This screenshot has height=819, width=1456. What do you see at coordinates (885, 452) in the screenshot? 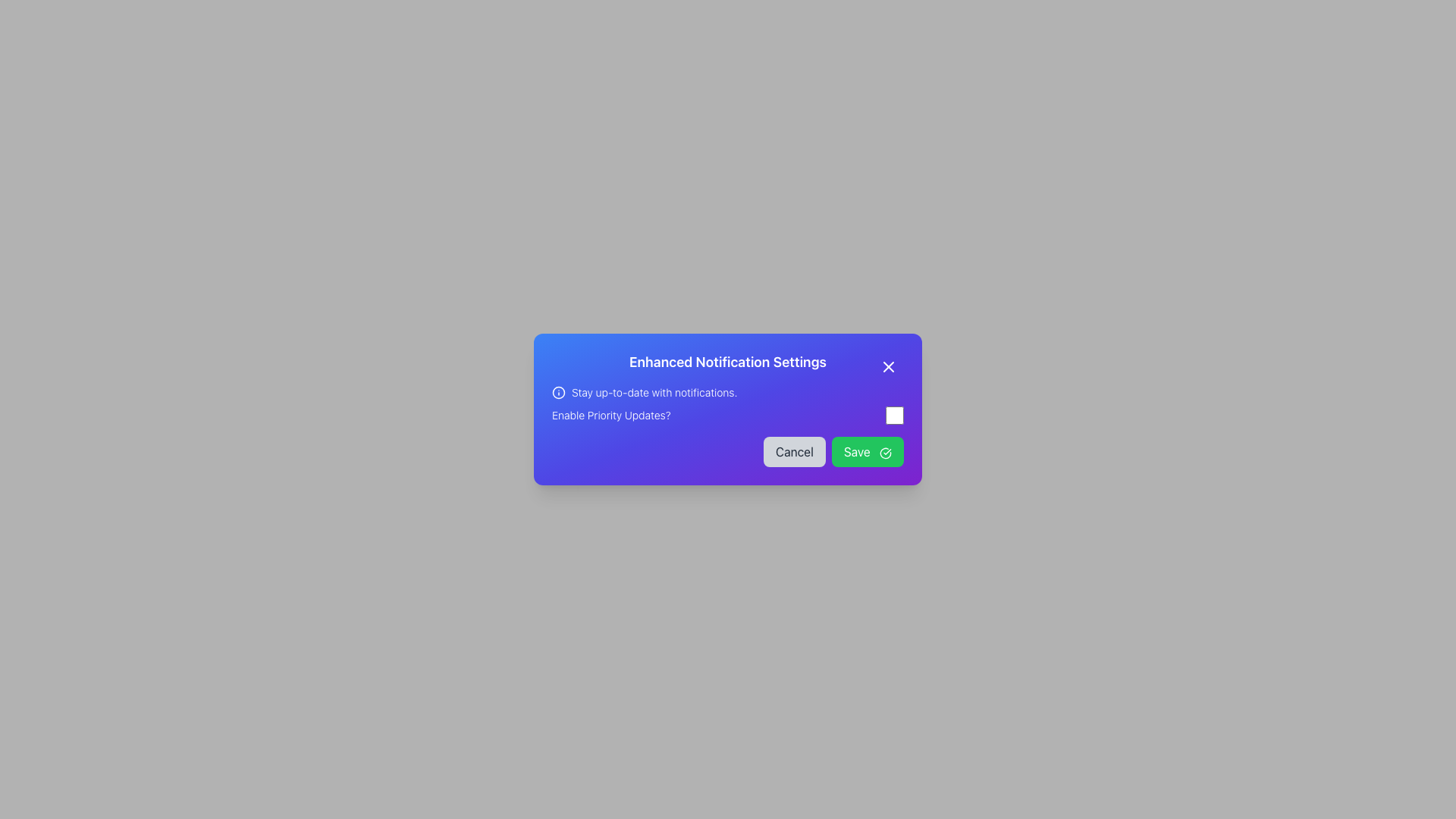
I see `the confirmation icon located within the green 'Save' button on the right side of the modal for visual feedback` at bounding box center [885, 452].